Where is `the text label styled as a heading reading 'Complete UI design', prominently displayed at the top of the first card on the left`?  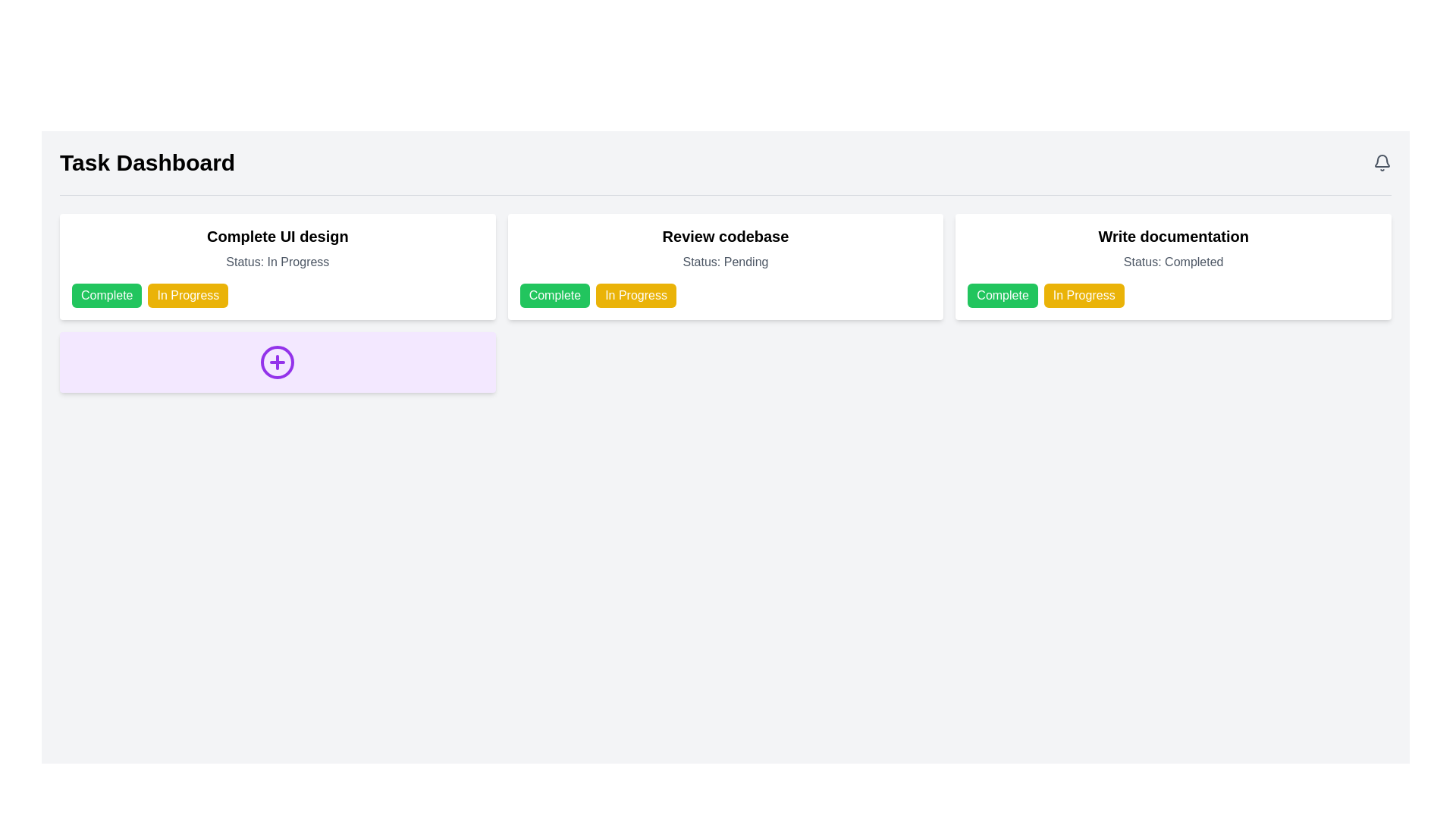 the text label styled as a heading reading 'Complete UI design', prominently displayed at the top of the first card on the left is located at coordinates (278, 237).